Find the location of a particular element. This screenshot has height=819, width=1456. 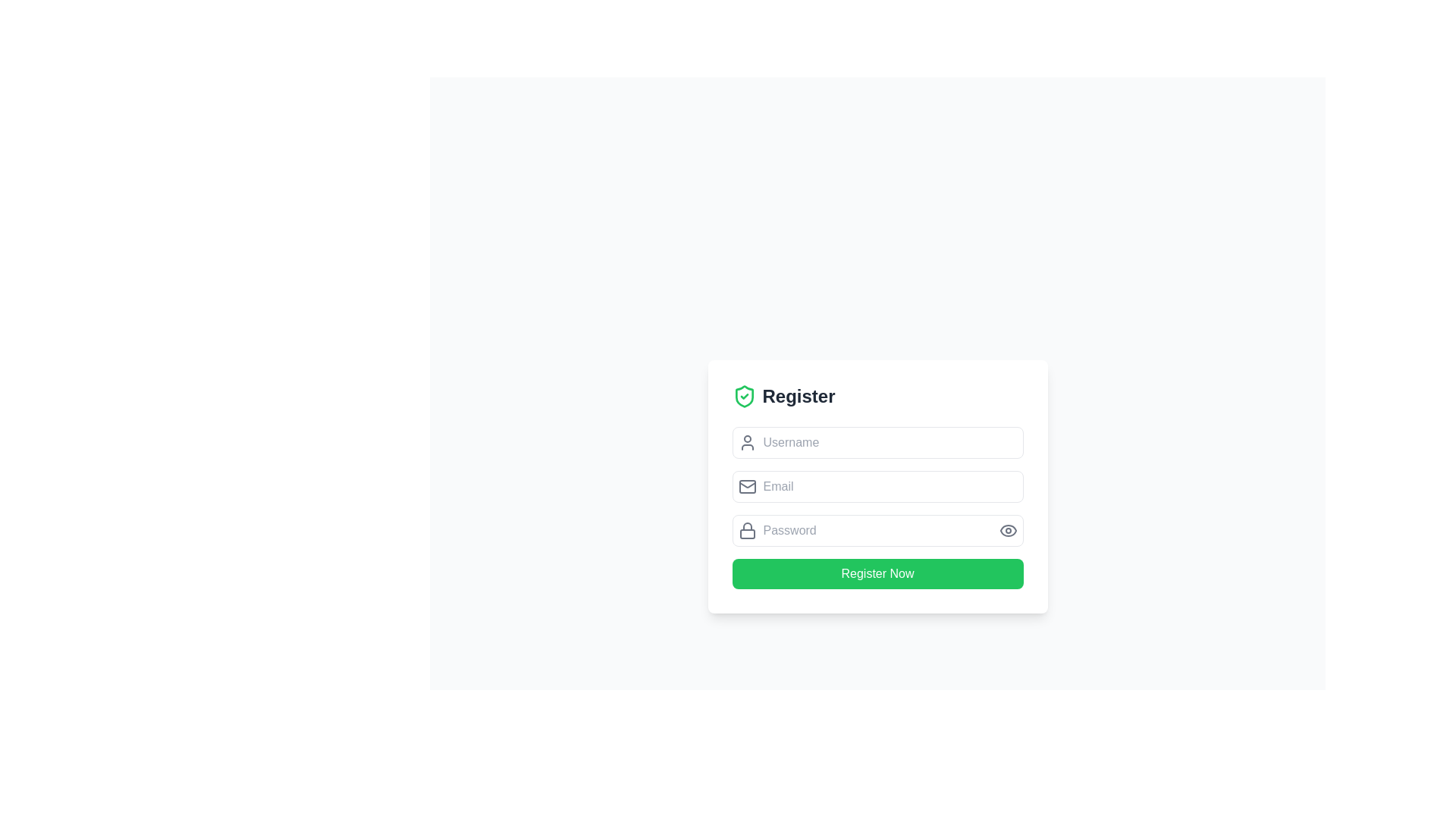

the shield icon located at the top-left corner of the registration form, which indicates that the registration process is secure or verified is located at coordinates (744, 396).